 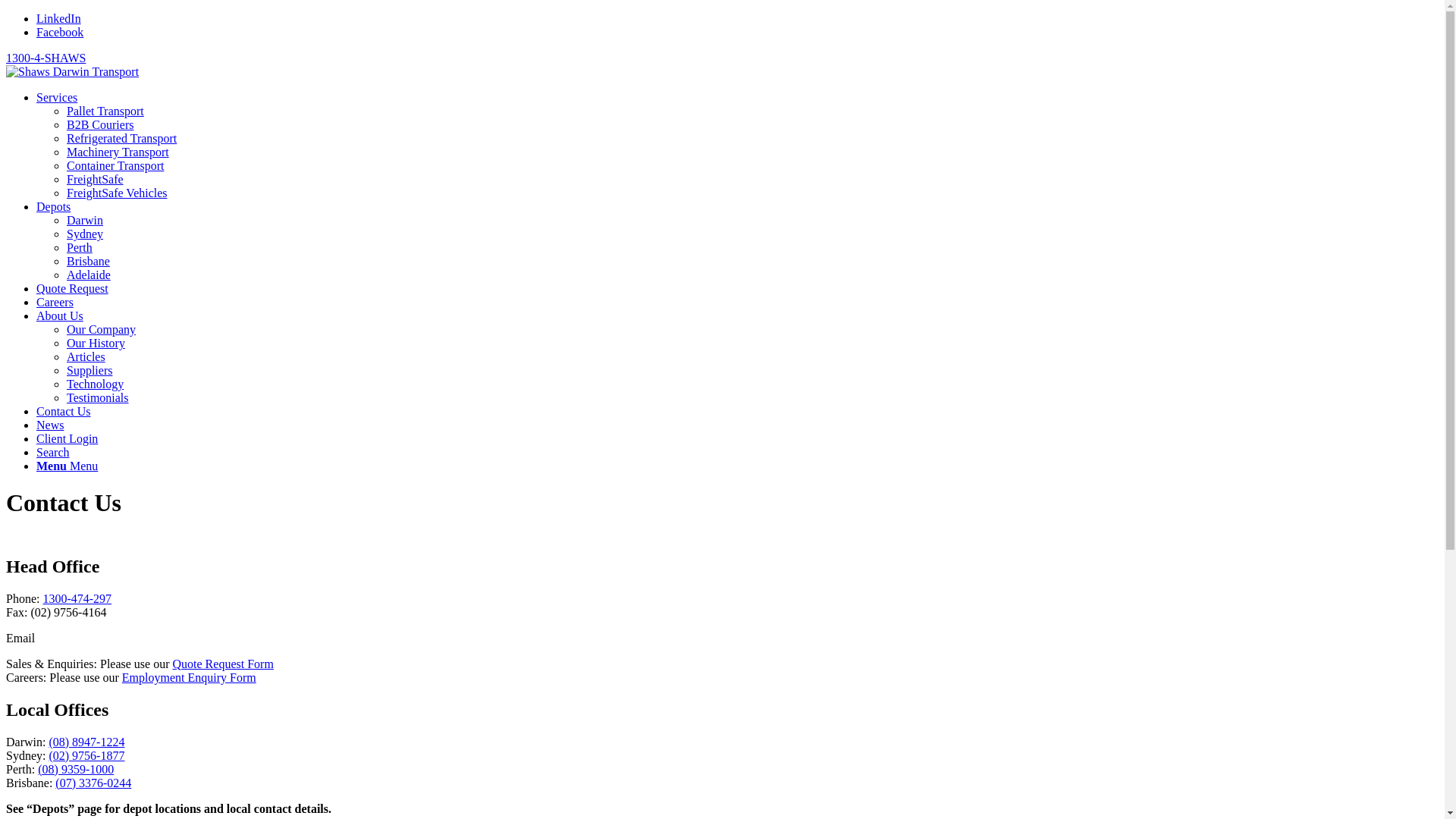 I want to click on '1300-474-297', so click(x=42, y=598).